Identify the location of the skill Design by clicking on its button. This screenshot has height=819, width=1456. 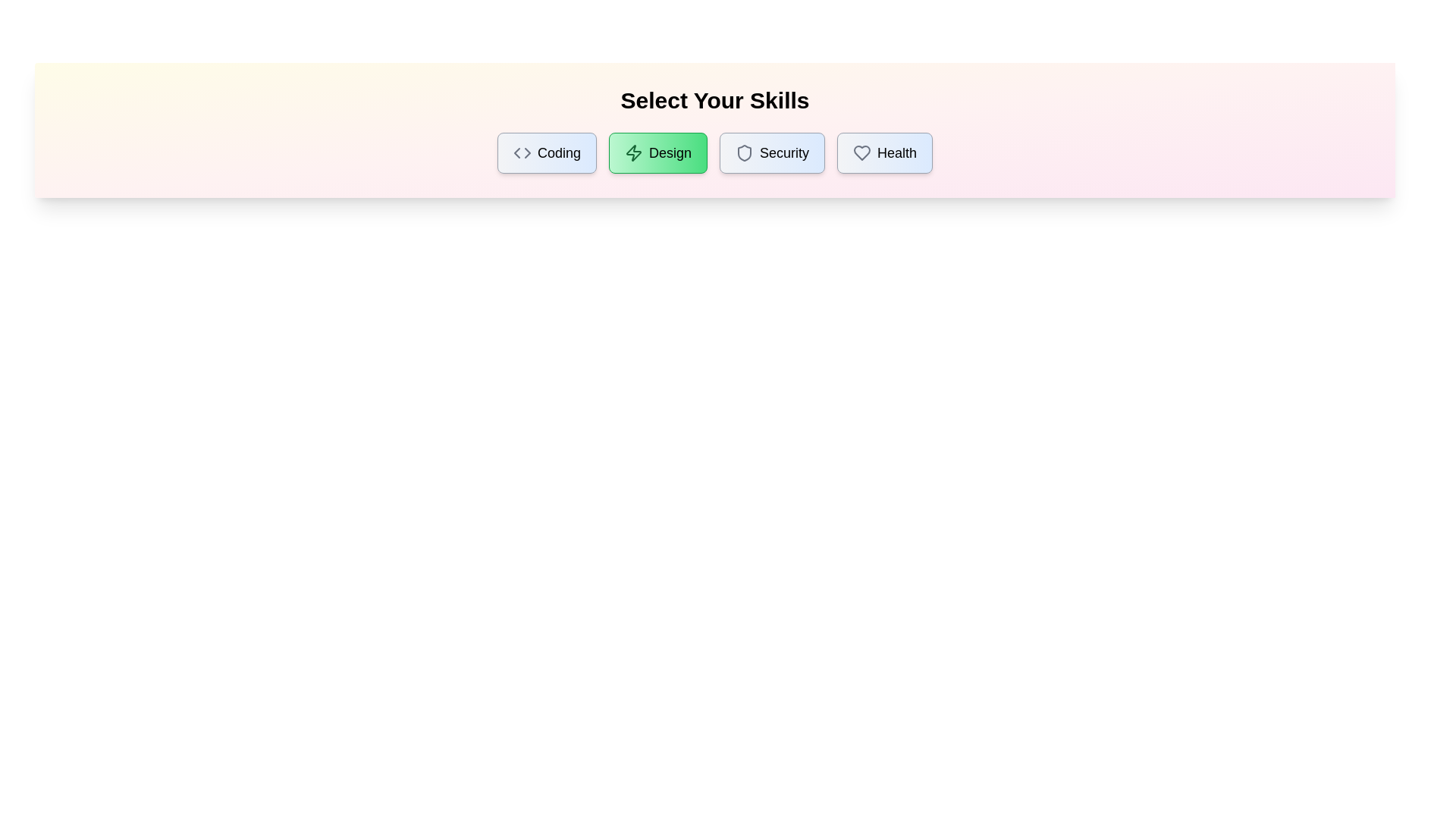
(657, 152).